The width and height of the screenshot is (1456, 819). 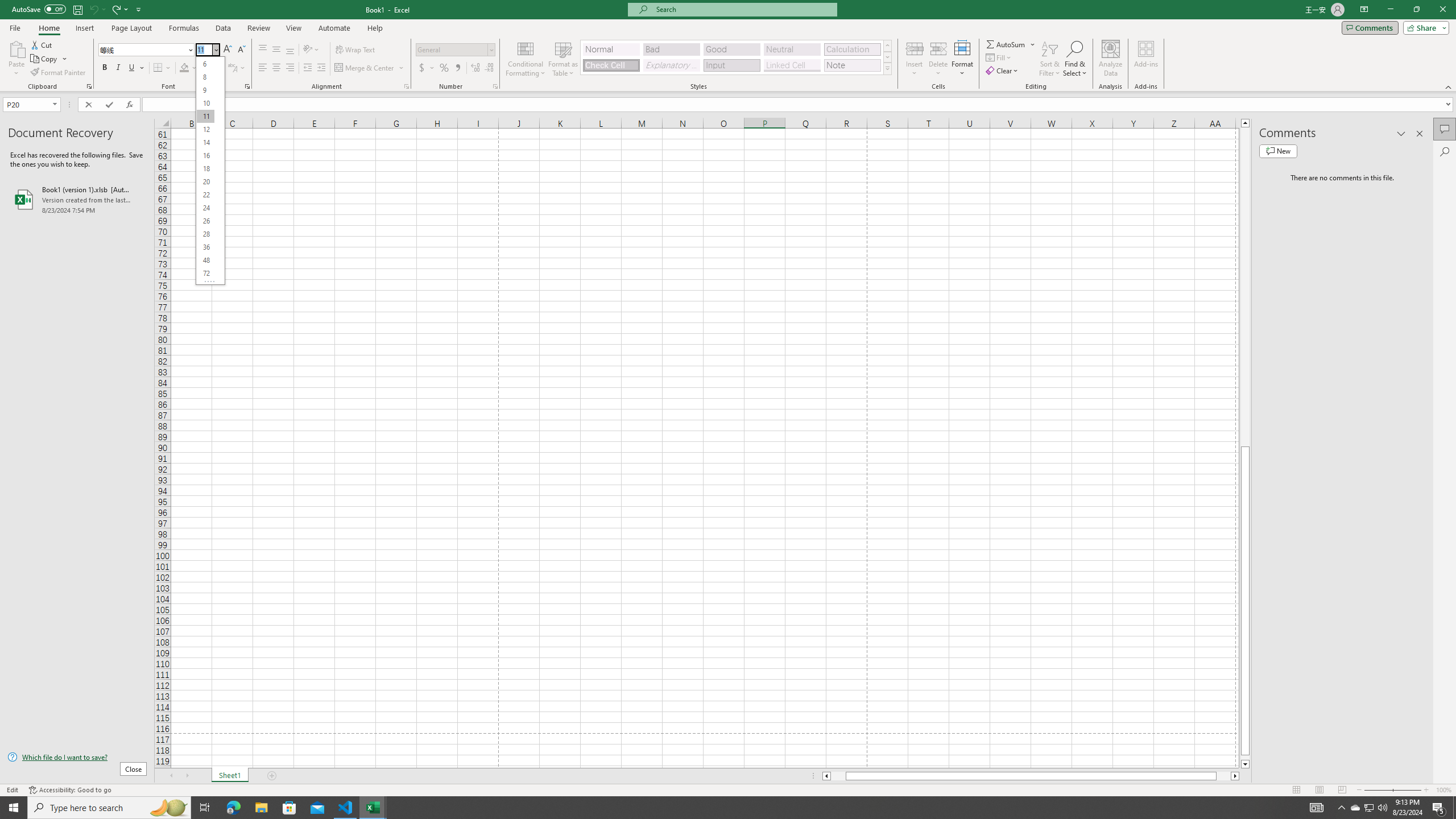 What do you see at coordinates (118, 9) in the screenshot?
I see `'Redo'` at bounding box center [118, 9].